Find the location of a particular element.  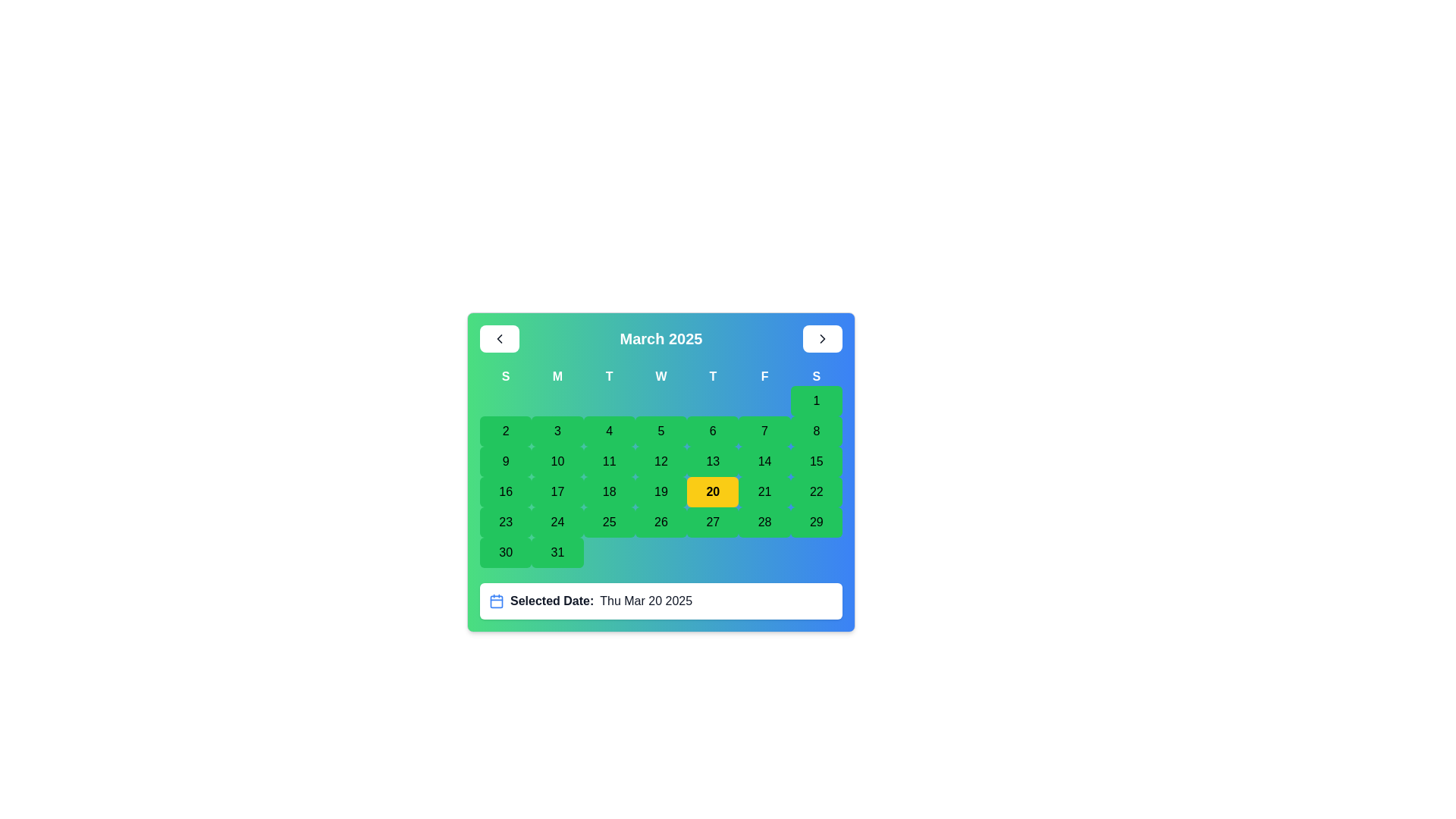

the '8' day button in the calendar is located at coordinates (815, 431).